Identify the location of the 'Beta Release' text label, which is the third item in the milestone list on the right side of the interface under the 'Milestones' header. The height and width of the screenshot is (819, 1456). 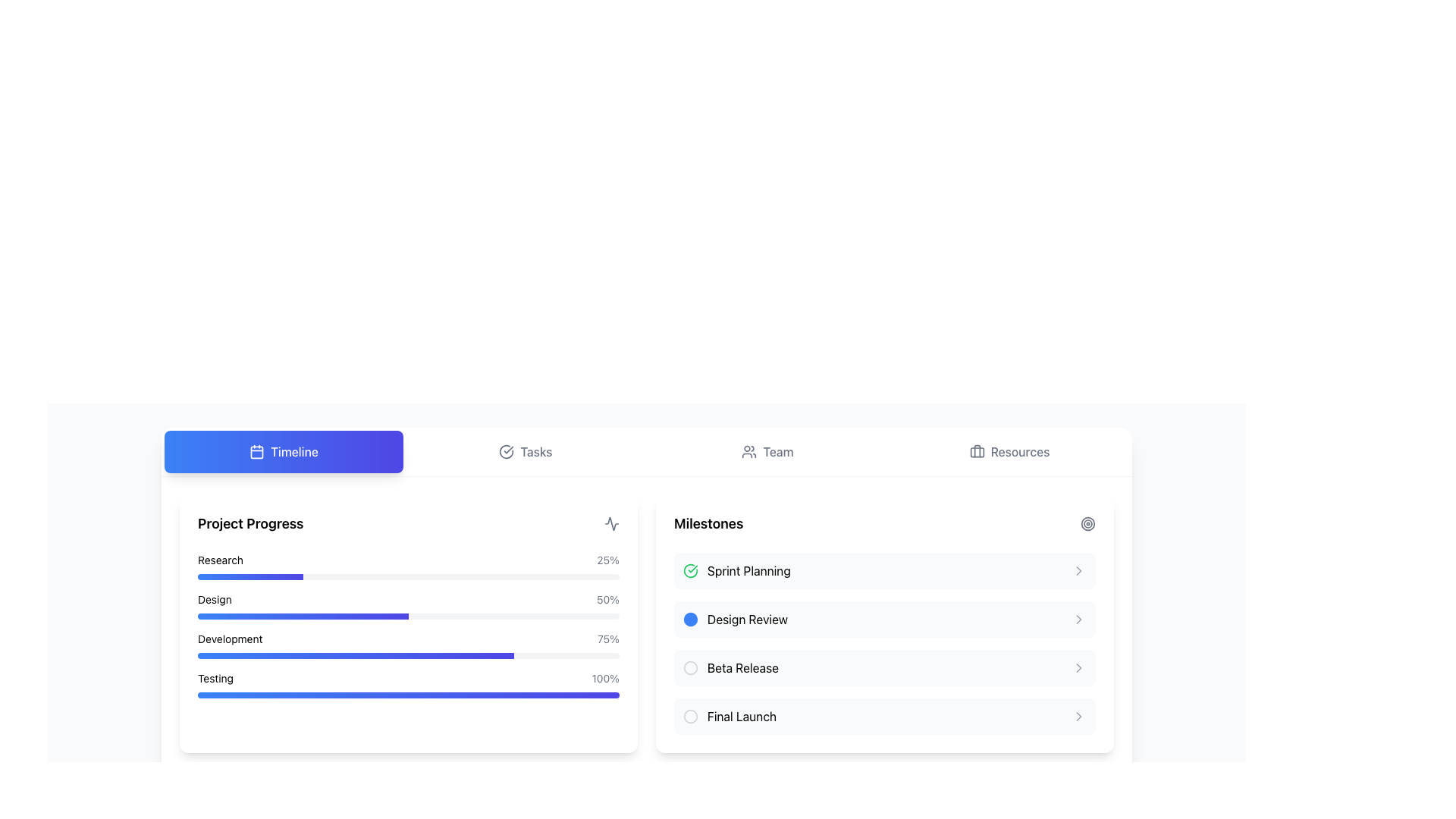
(742, 667).